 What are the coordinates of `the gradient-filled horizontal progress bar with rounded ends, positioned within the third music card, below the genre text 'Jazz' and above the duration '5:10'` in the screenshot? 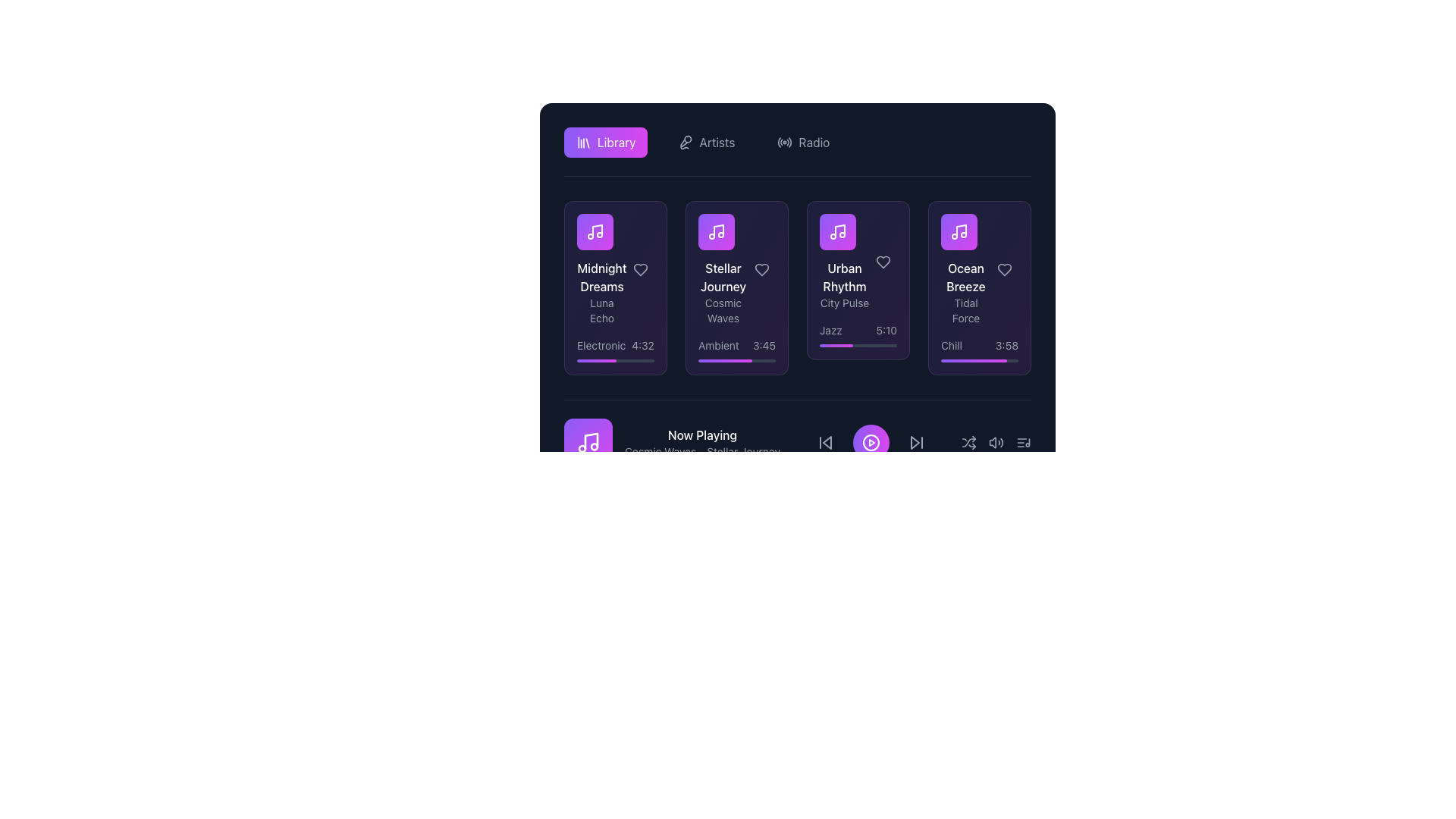 It's located at (835, 345).